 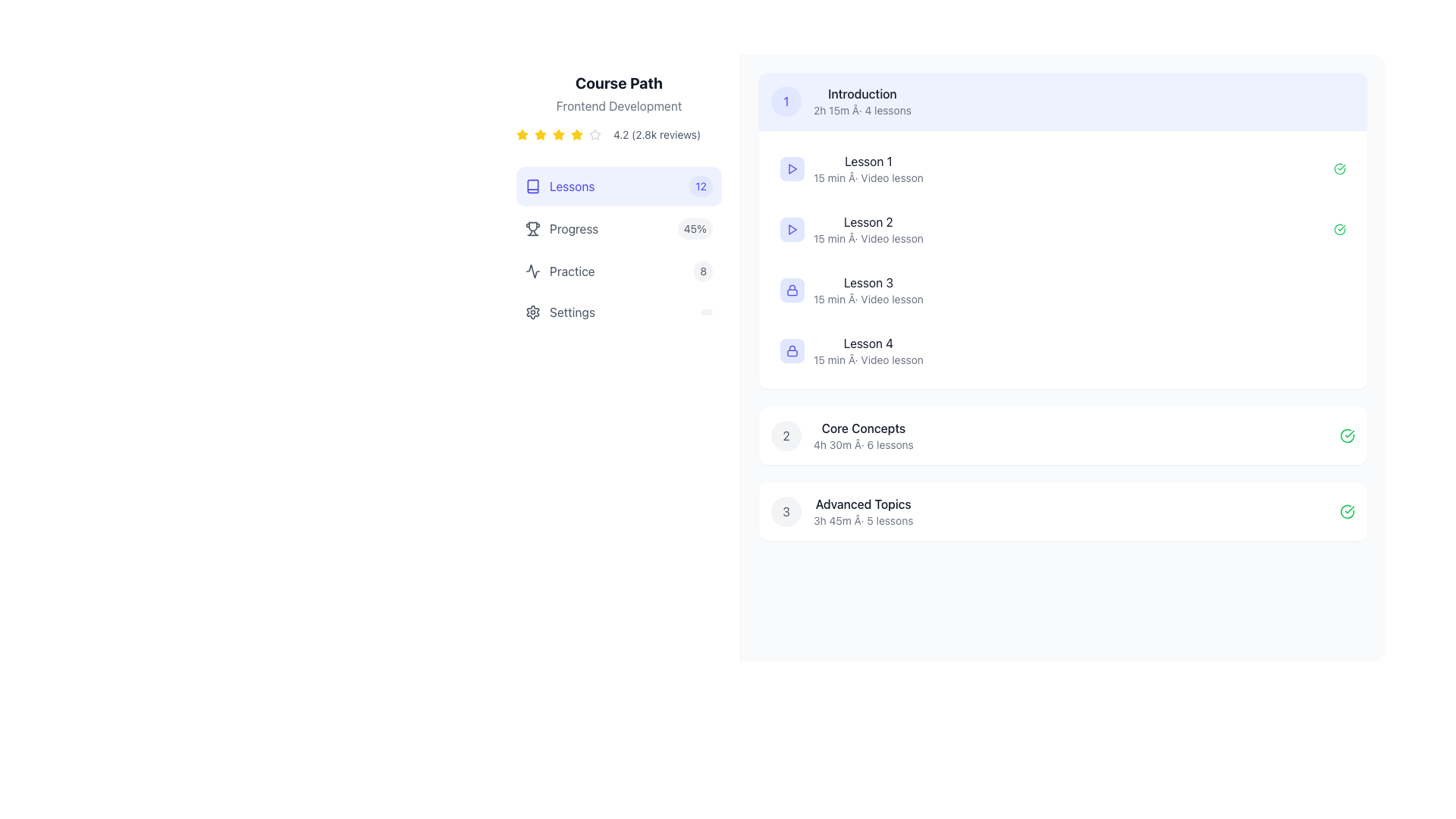 I want to click on the badge that indicates the first lesson, located at the top-left of the 'Introduction' section before the text 'Introduction', so click(x=786, y=102).